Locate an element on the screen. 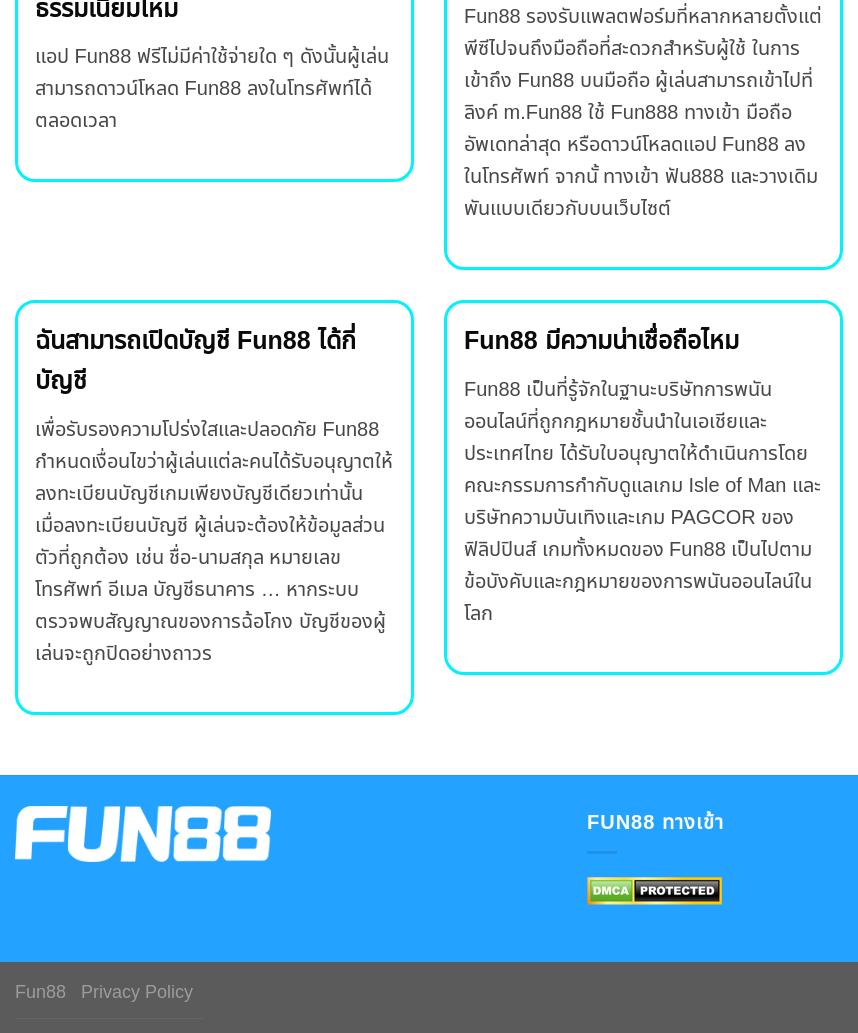 The image size is (858, 1033). 'Fun88 รองรับแพลตฟอร์มที่หลากหลายตั้งแต่พีซีไปจนถึงมือถือที่สะดวกสำหรับผู้ใช้ ในการเข้าถึง Fun88 บนมือถือ ผู้เล่นสามารถเข้าไปที่ลิงค์' is located at coordinates (642, 64).